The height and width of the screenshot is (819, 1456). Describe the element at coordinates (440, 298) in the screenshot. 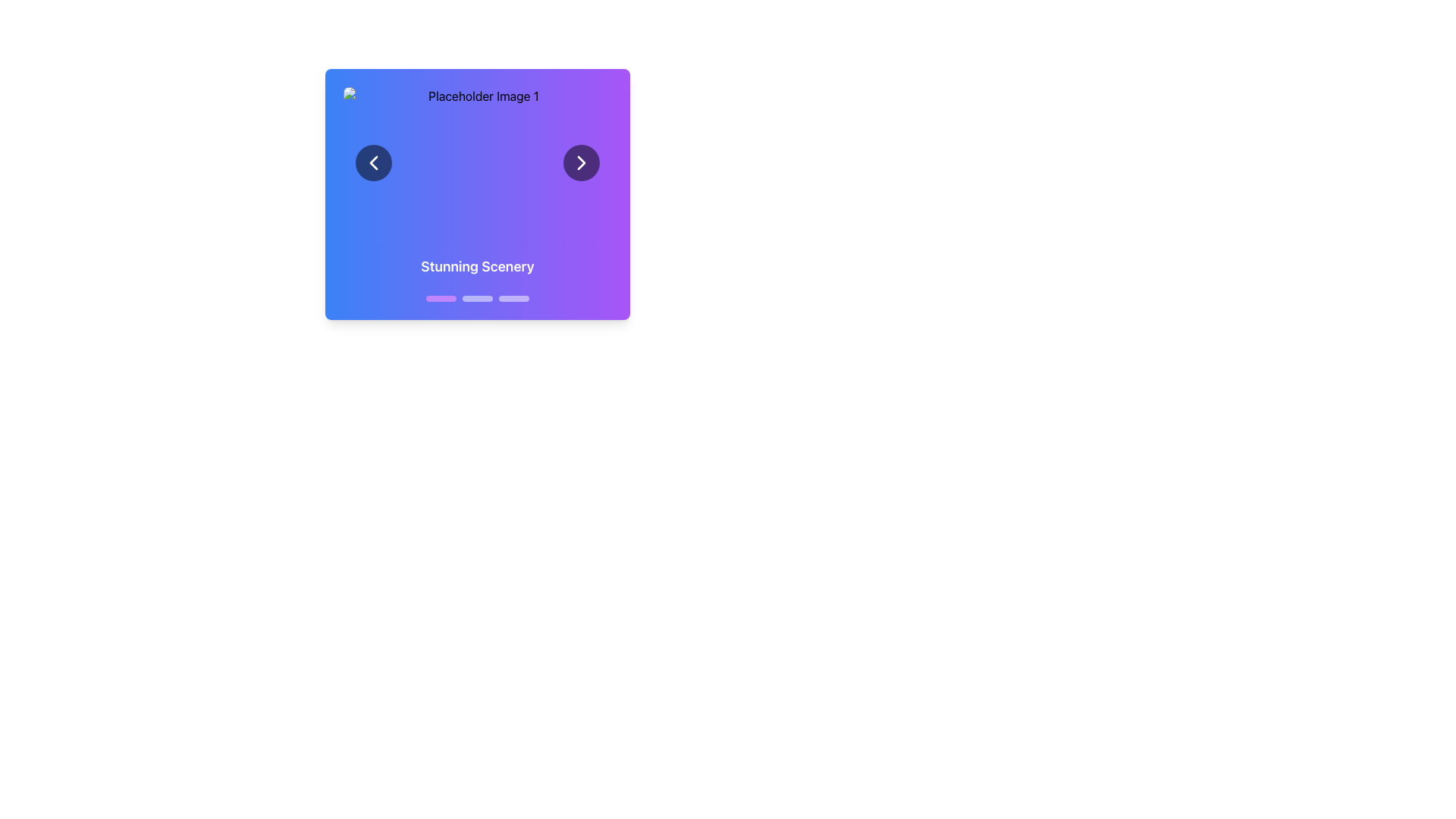

I see `the first progress bar indicator located below the text 'Stunning Scenery' for interactions` at that location.